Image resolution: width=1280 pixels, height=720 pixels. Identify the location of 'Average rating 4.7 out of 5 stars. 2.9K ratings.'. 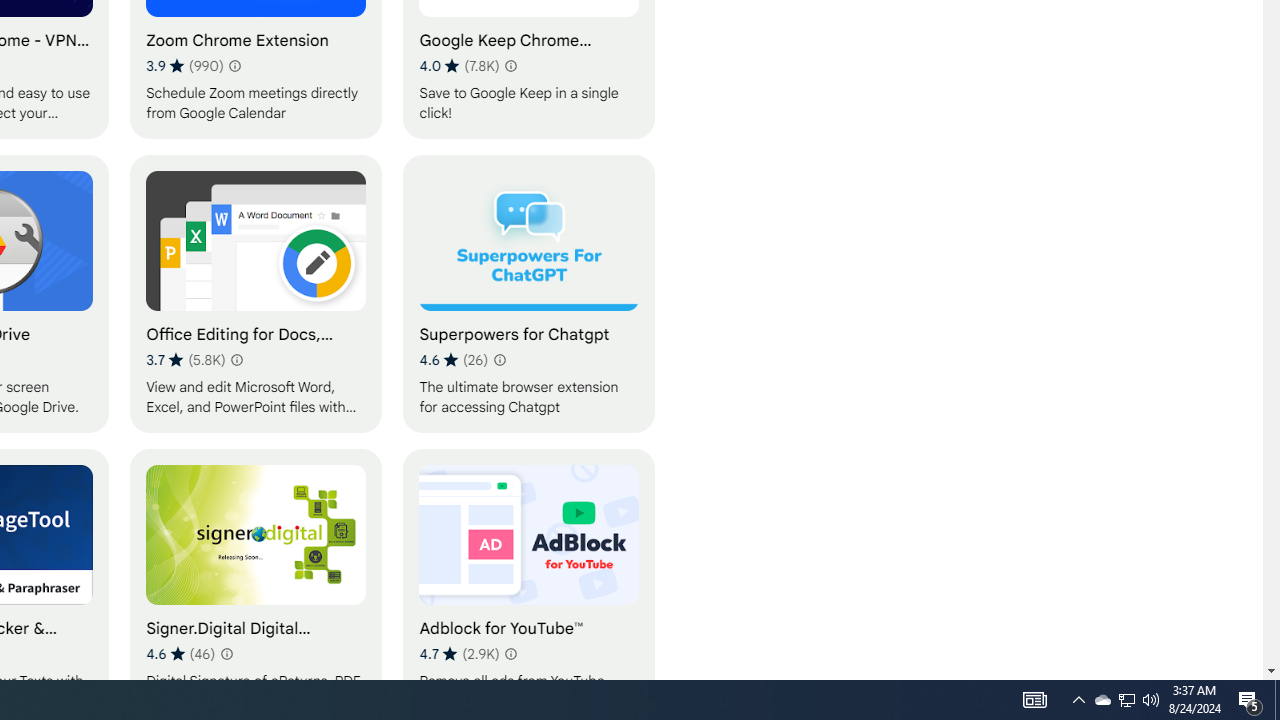
(458, 653).